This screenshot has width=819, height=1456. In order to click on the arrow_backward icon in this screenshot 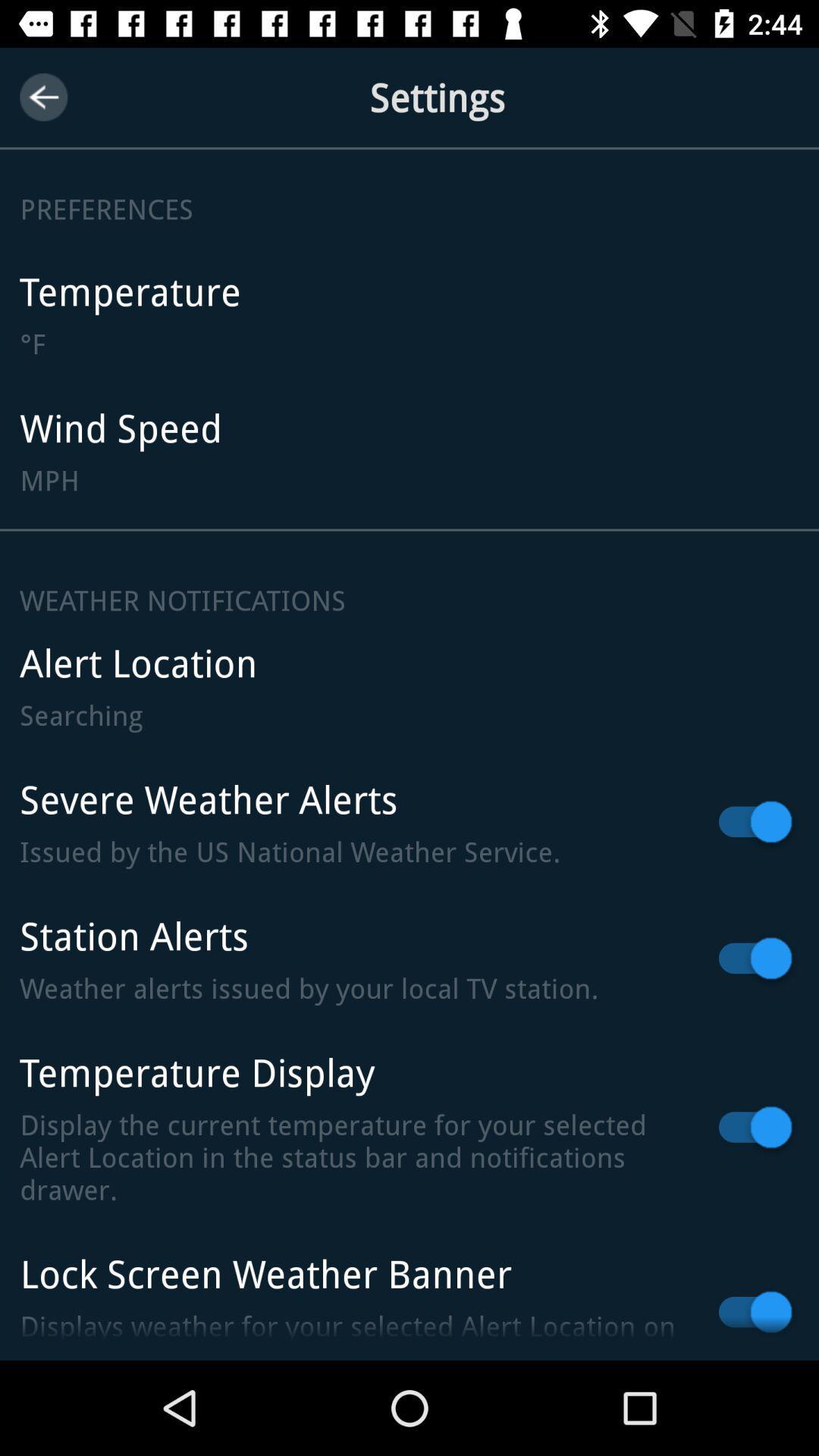, I will do `click(42, 96)`.